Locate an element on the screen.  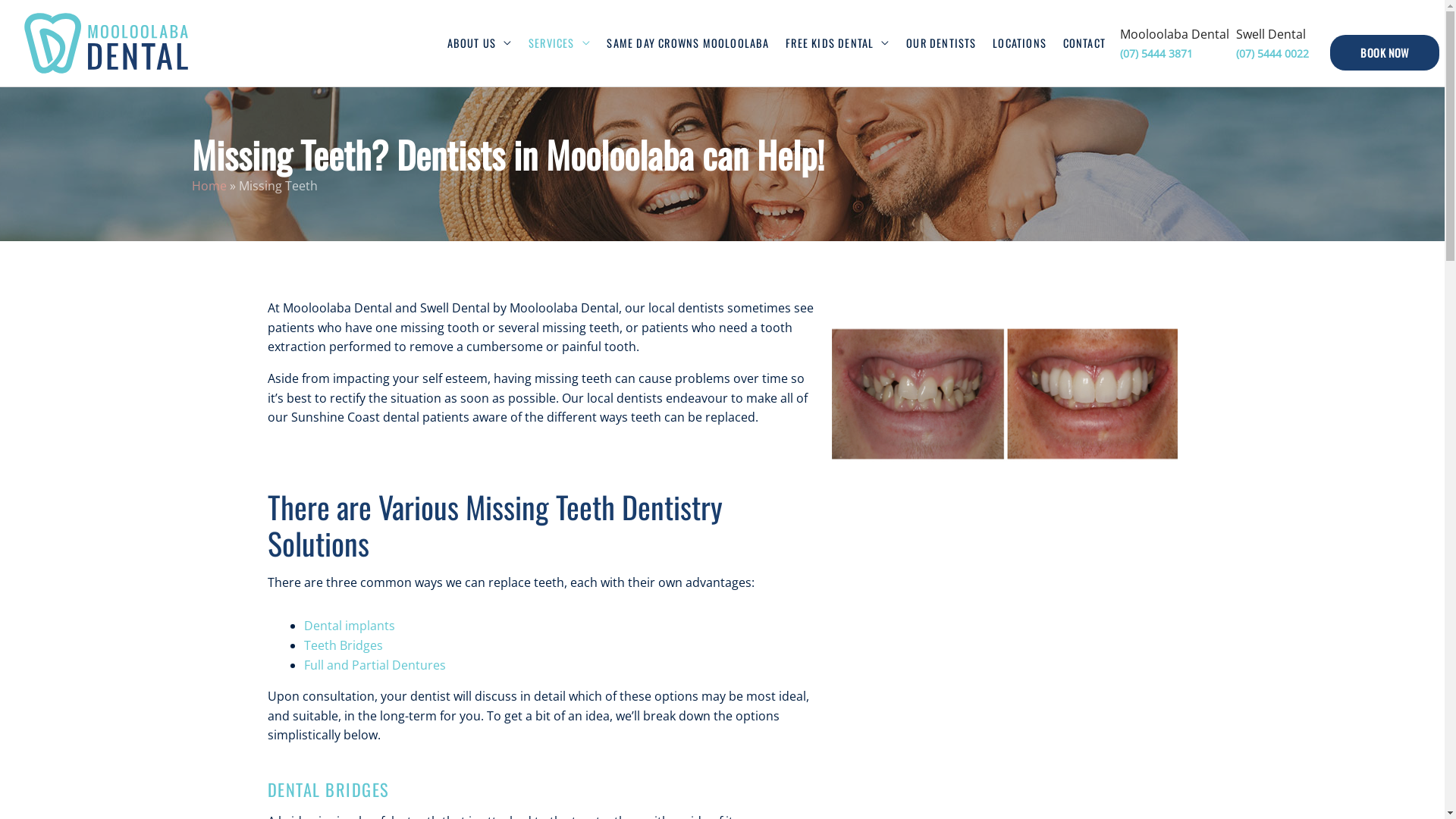
'SAME DAY CROWNS MOOLOOLABA' is located at coordinates (687, 42).